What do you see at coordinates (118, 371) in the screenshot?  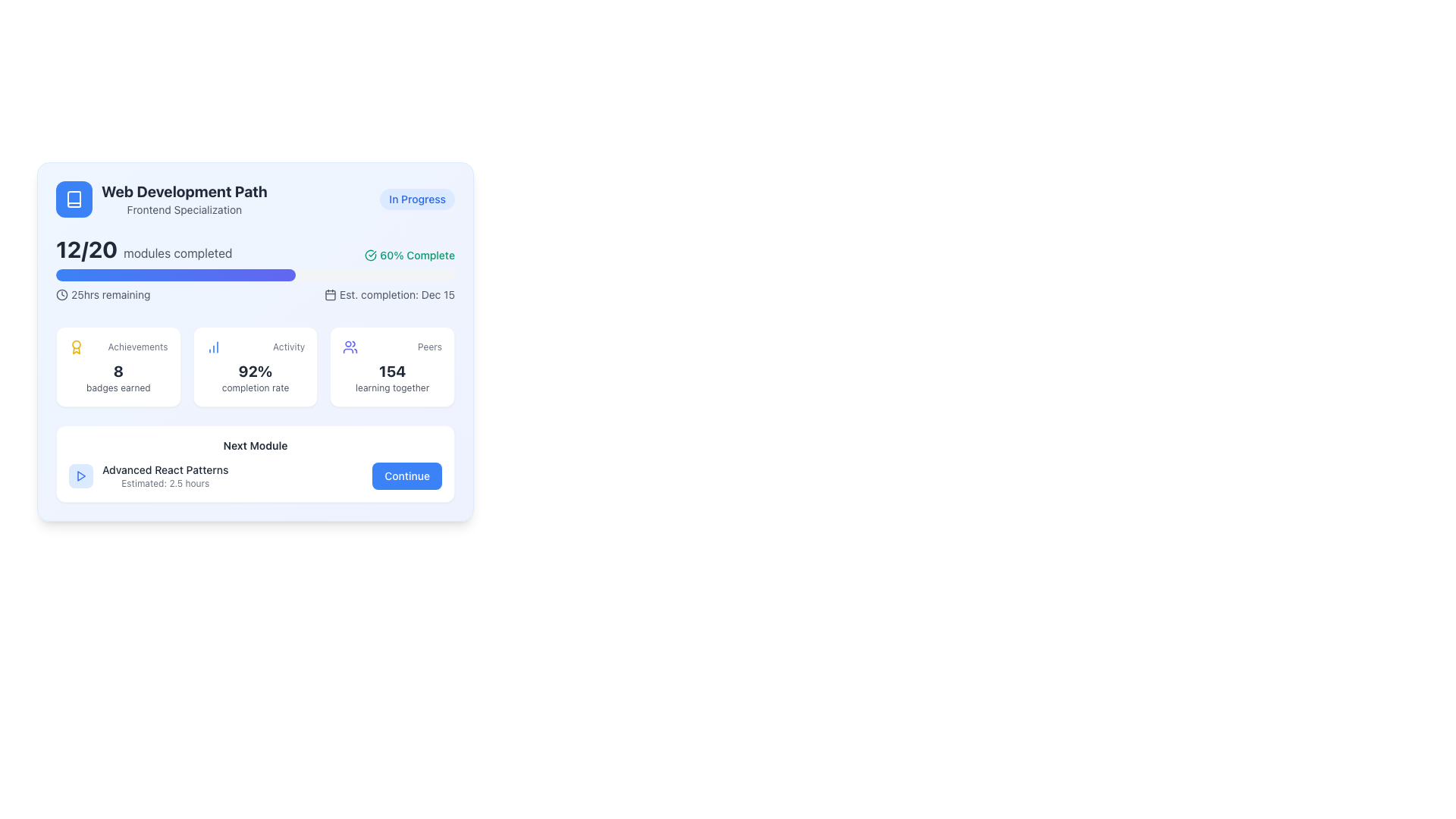 I see `value displayed in the bold numeral '8' within the white card layout under the 'Achievements' heading` at bounding box center [118, 371].